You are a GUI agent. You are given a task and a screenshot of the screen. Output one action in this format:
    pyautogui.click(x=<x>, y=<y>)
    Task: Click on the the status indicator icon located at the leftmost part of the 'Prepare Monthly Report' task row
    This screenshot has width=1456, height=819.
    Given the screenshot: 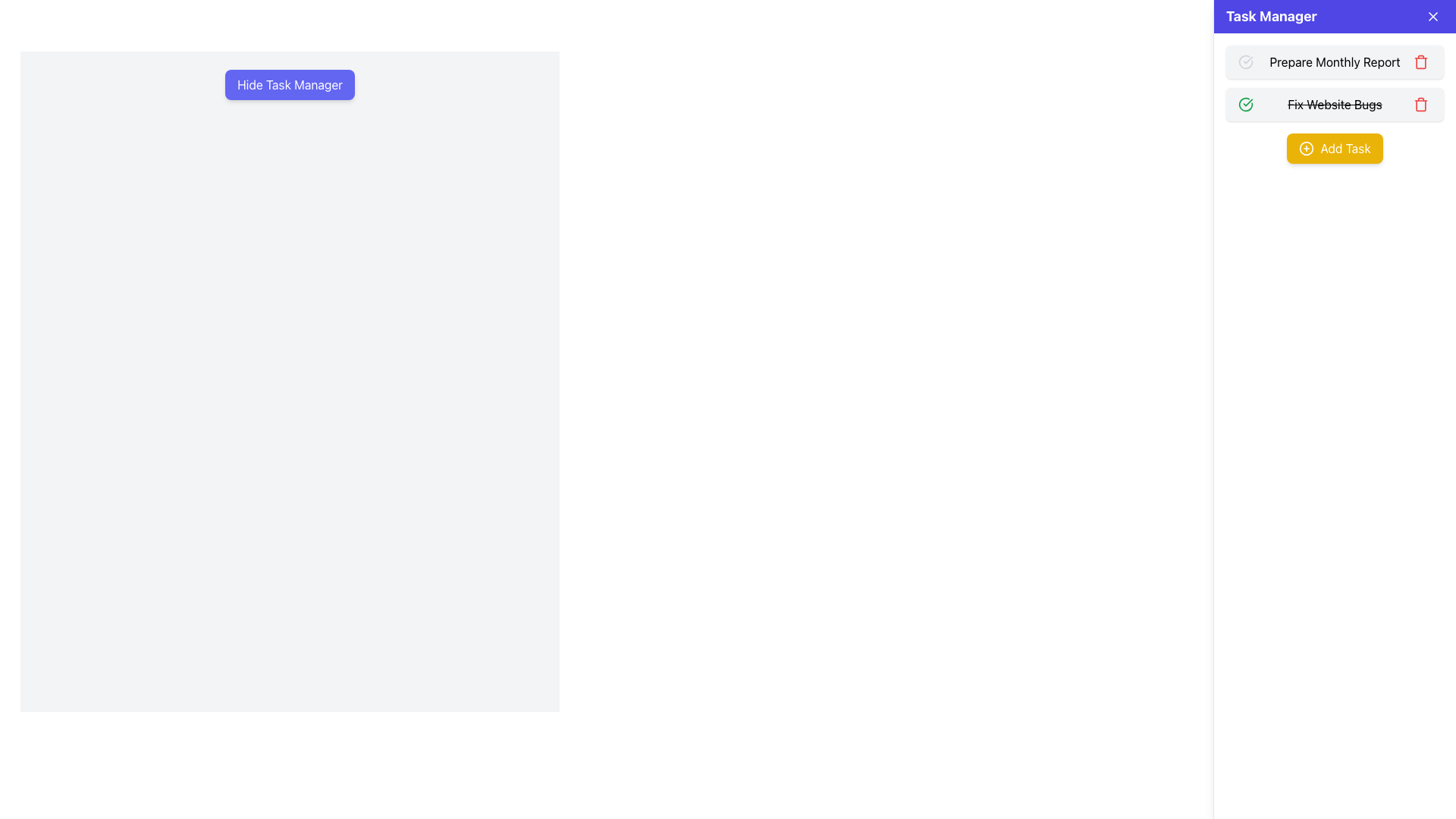 What is the action you would take?
    pyautogui.click(x=1245, y=61)
    